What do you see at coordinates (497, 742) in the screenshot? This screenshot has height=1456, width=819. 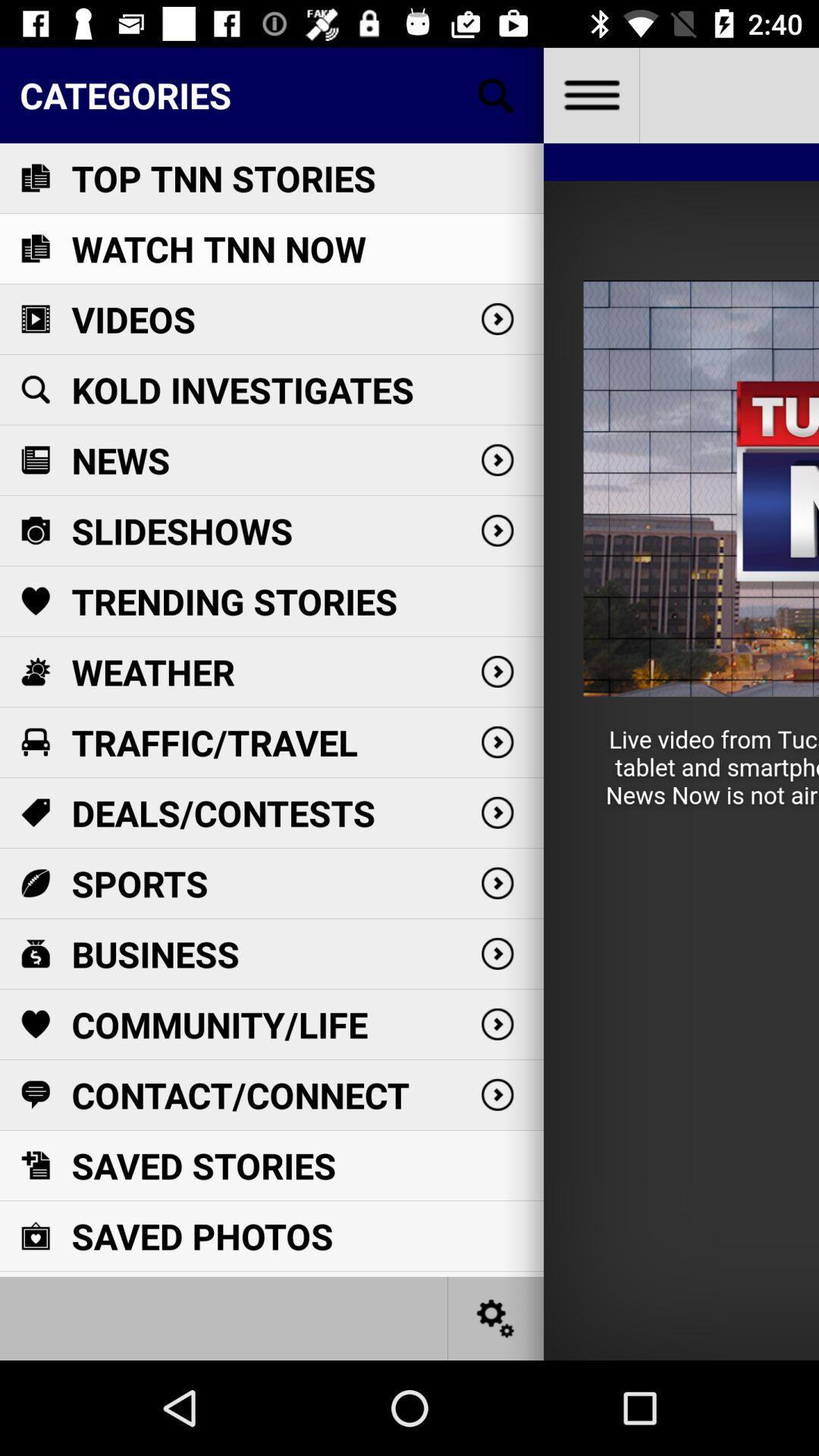 I see `the fifth right scroll icon` at bounding box center [497, 742].